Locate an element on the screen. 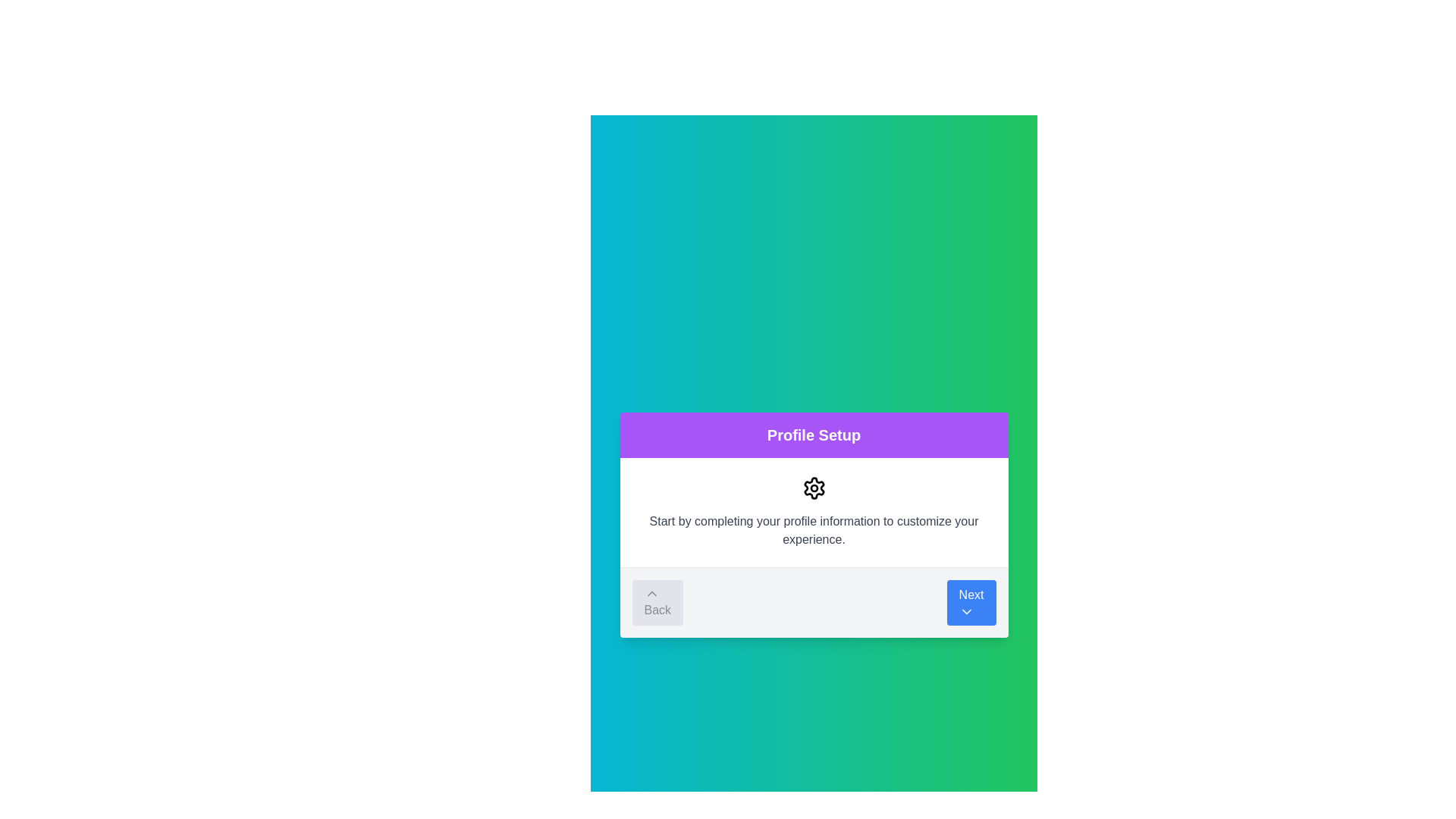  the instructional text element located within the 'Profile Setup' modal, which is positioned below the gear settings icon and above the navigation control bar is located at coordinates (813, 529).